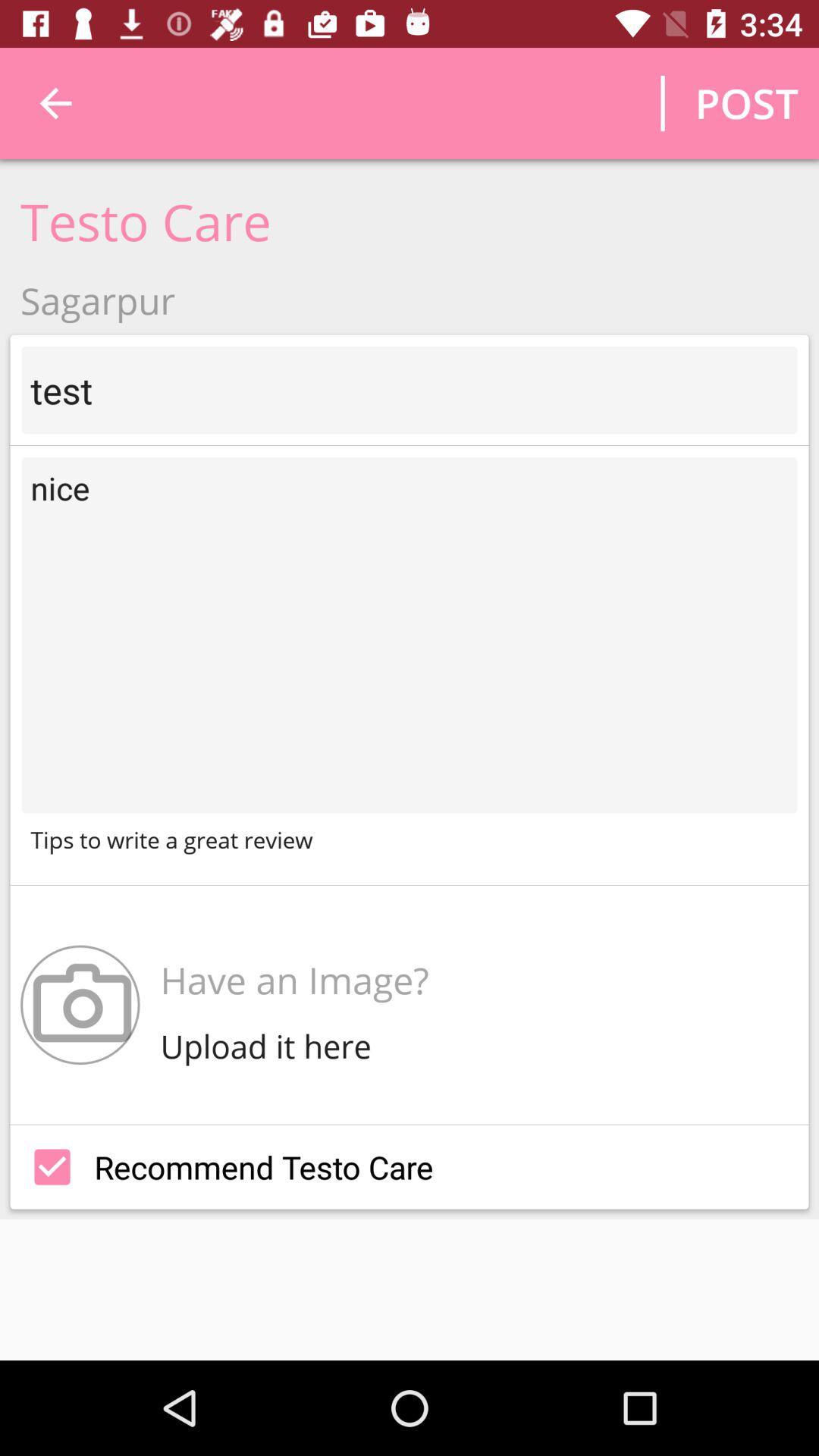 The width and height of the screenshot is (819, 1456). Describe the element at coordinates (269, 1045) in the screenshot. I see `upload it here` at that location.